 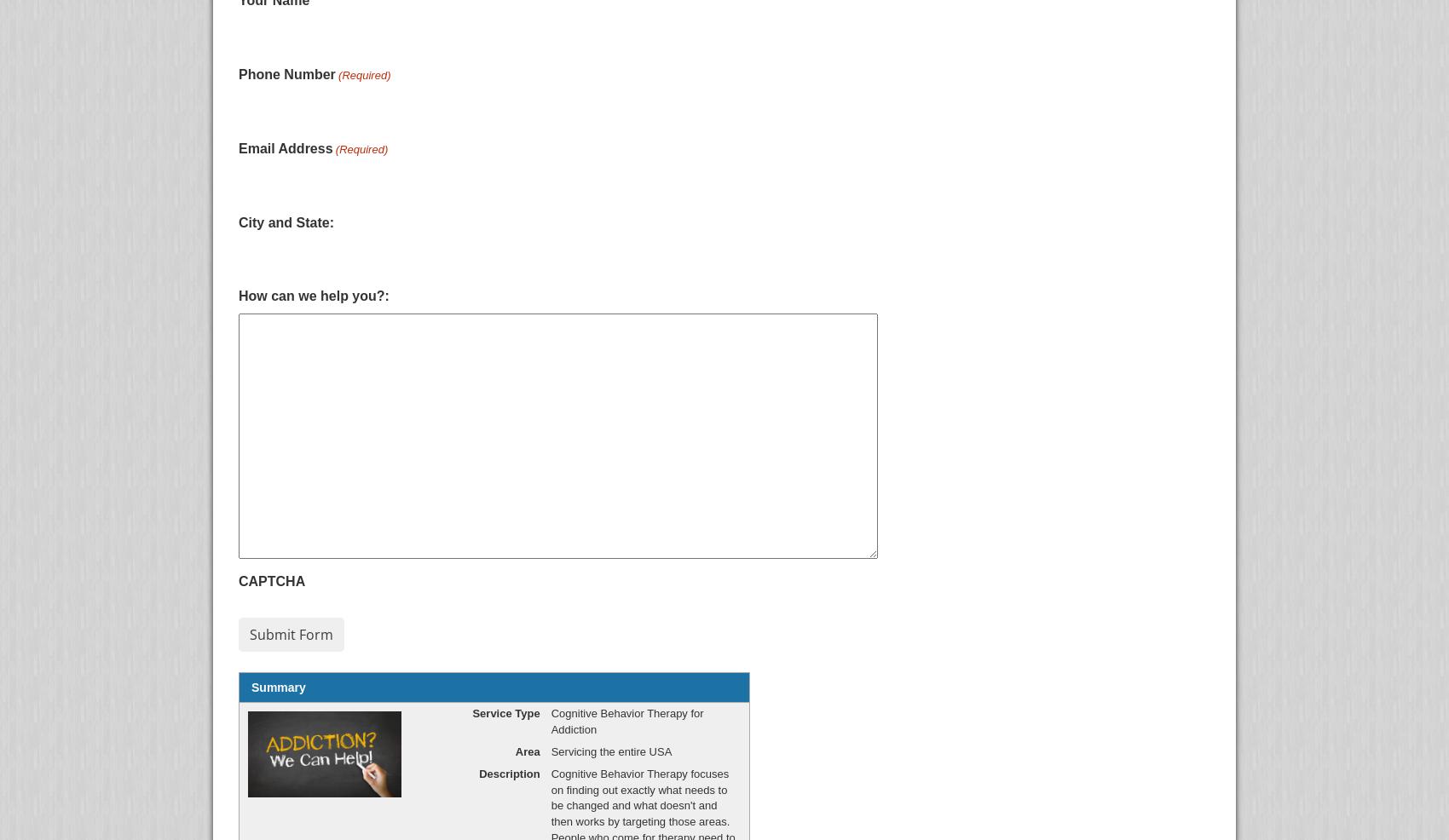 I want to click on 'Service Type', so click(x=505, y=712).